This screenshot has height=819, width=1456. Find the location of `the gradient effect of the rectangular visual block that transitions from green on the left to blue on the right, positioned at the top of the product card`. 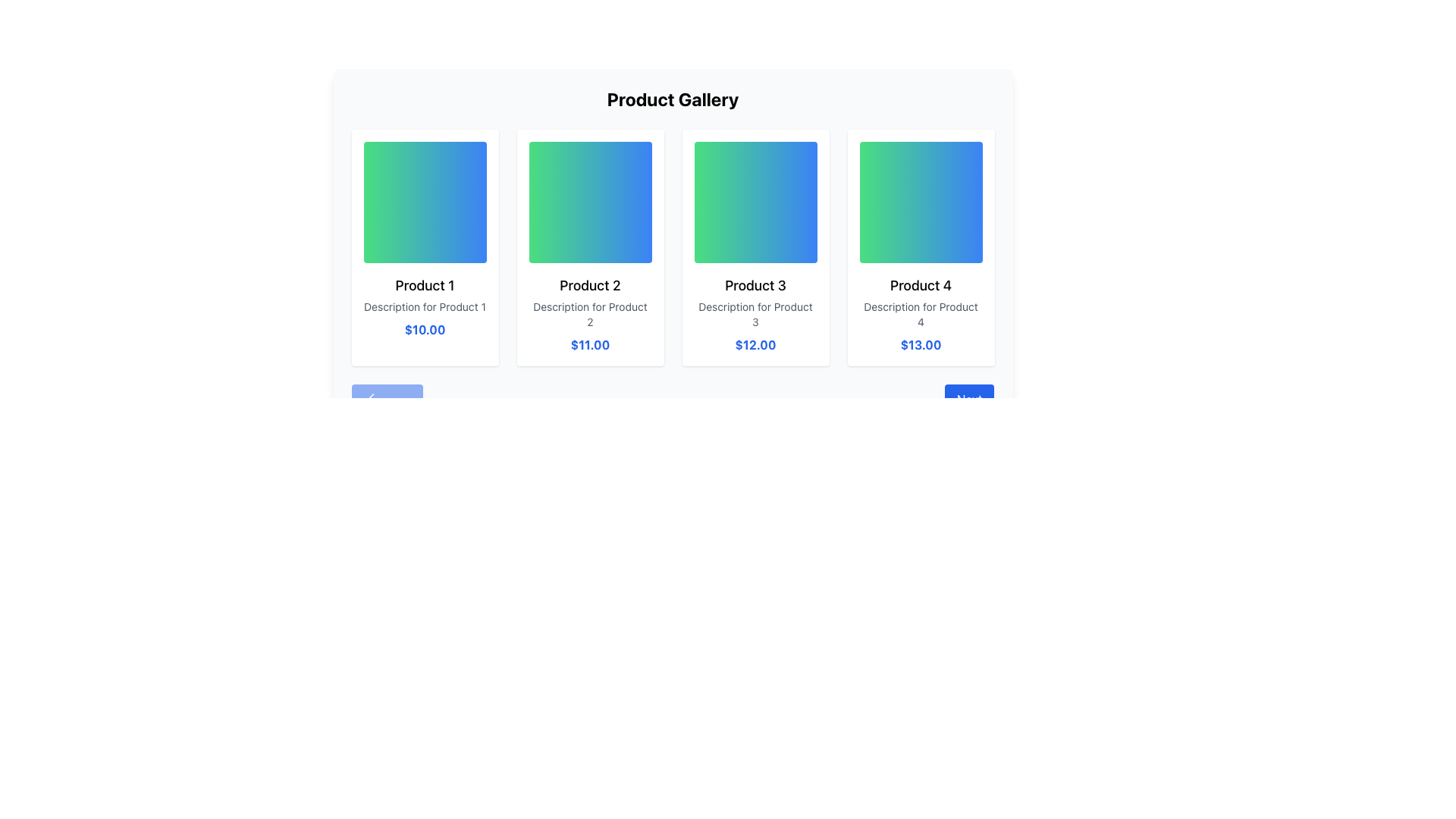

the gradient effect of the rectangular visual block that transitions from green on the left to blue on the right, positioned at the top of the product card is located at coordinates (425, 201).